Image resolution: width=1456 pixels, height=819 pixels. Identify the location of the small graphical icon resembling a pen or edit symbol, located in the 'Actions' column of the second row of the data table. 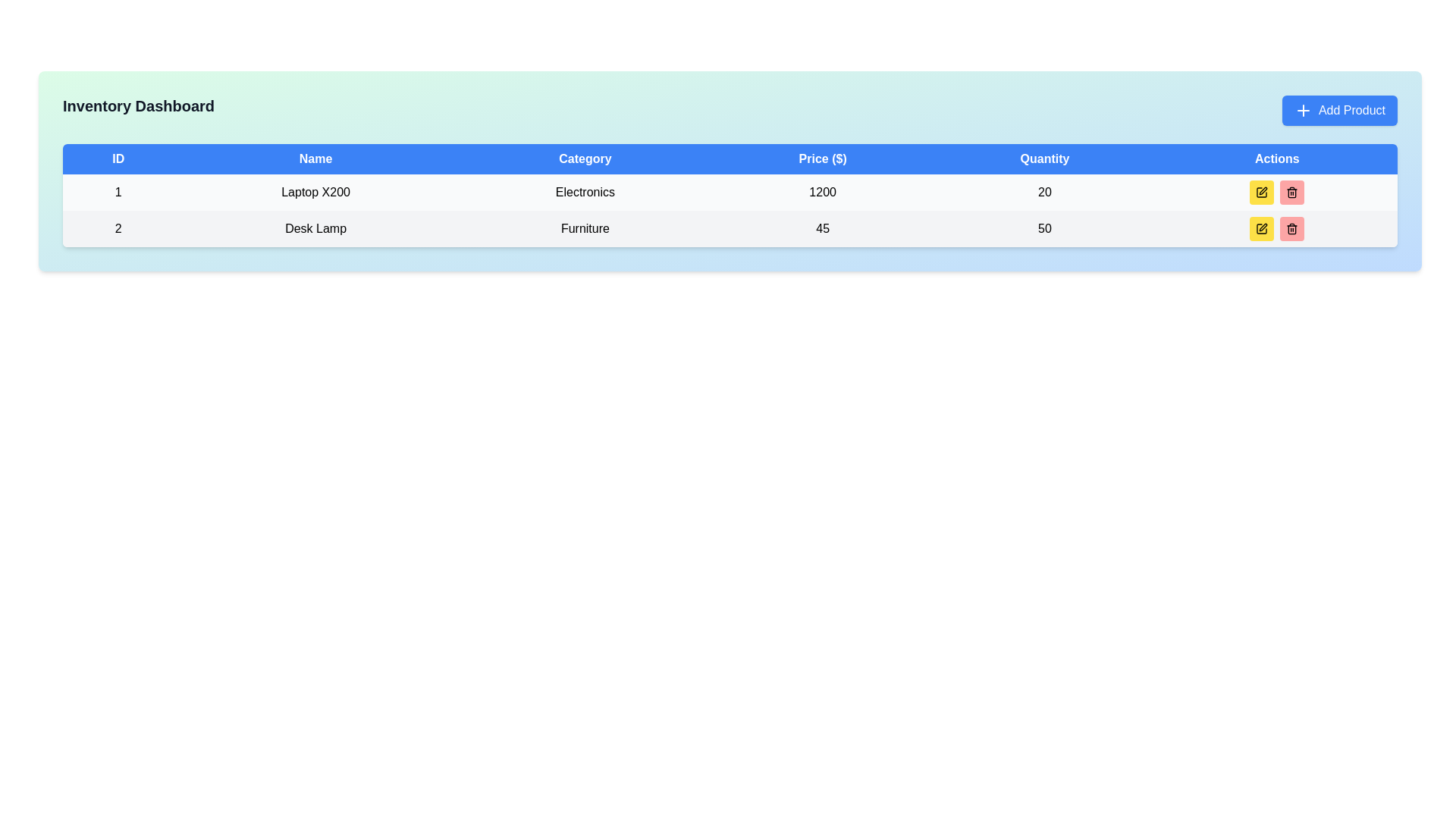
(1263, 227).